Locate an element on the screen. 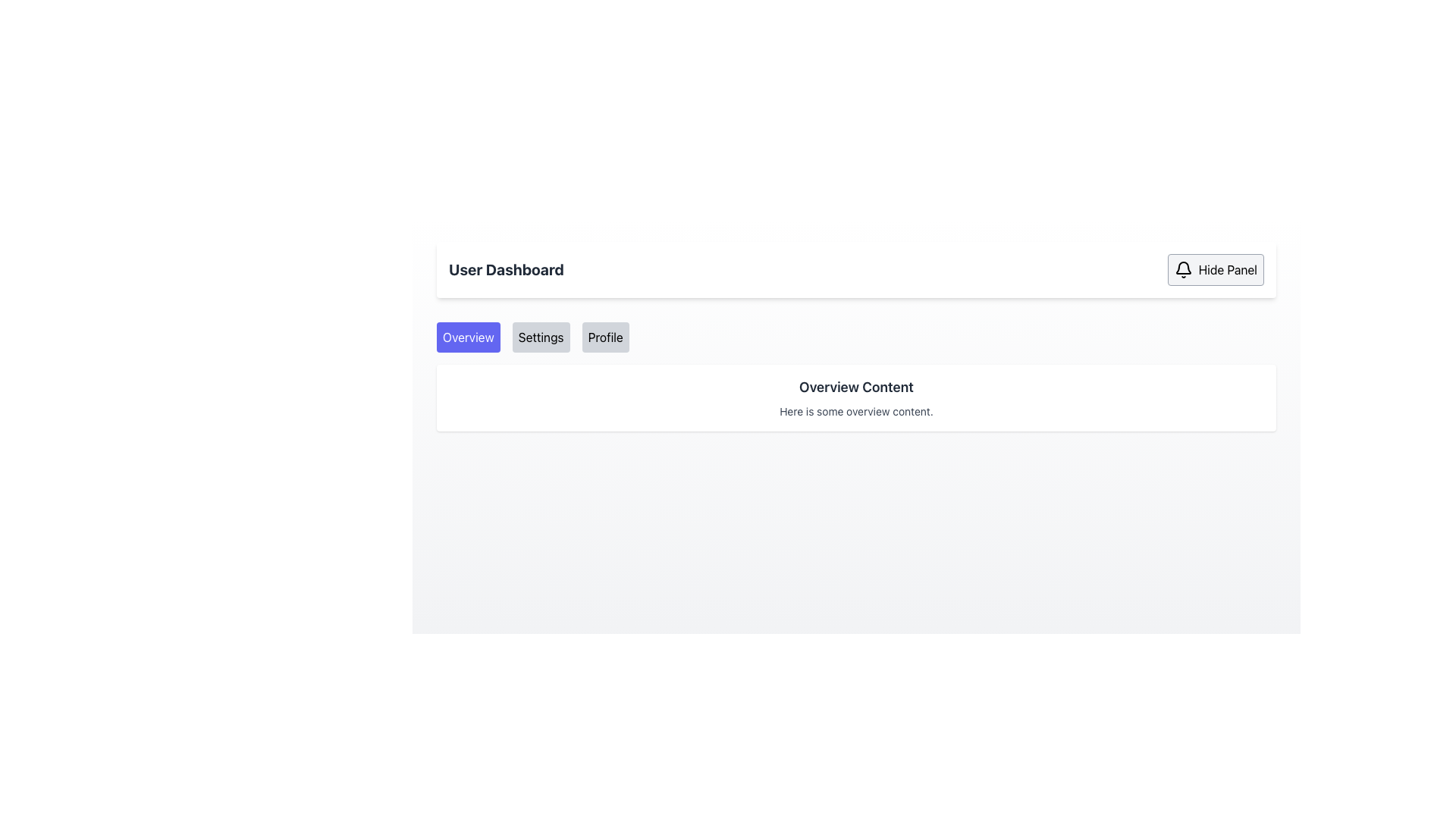 This screenshot has height=819, width=1456. the 'Overview' button in the navigation menu for keyboard interaction is located at coordinates (467, 336).